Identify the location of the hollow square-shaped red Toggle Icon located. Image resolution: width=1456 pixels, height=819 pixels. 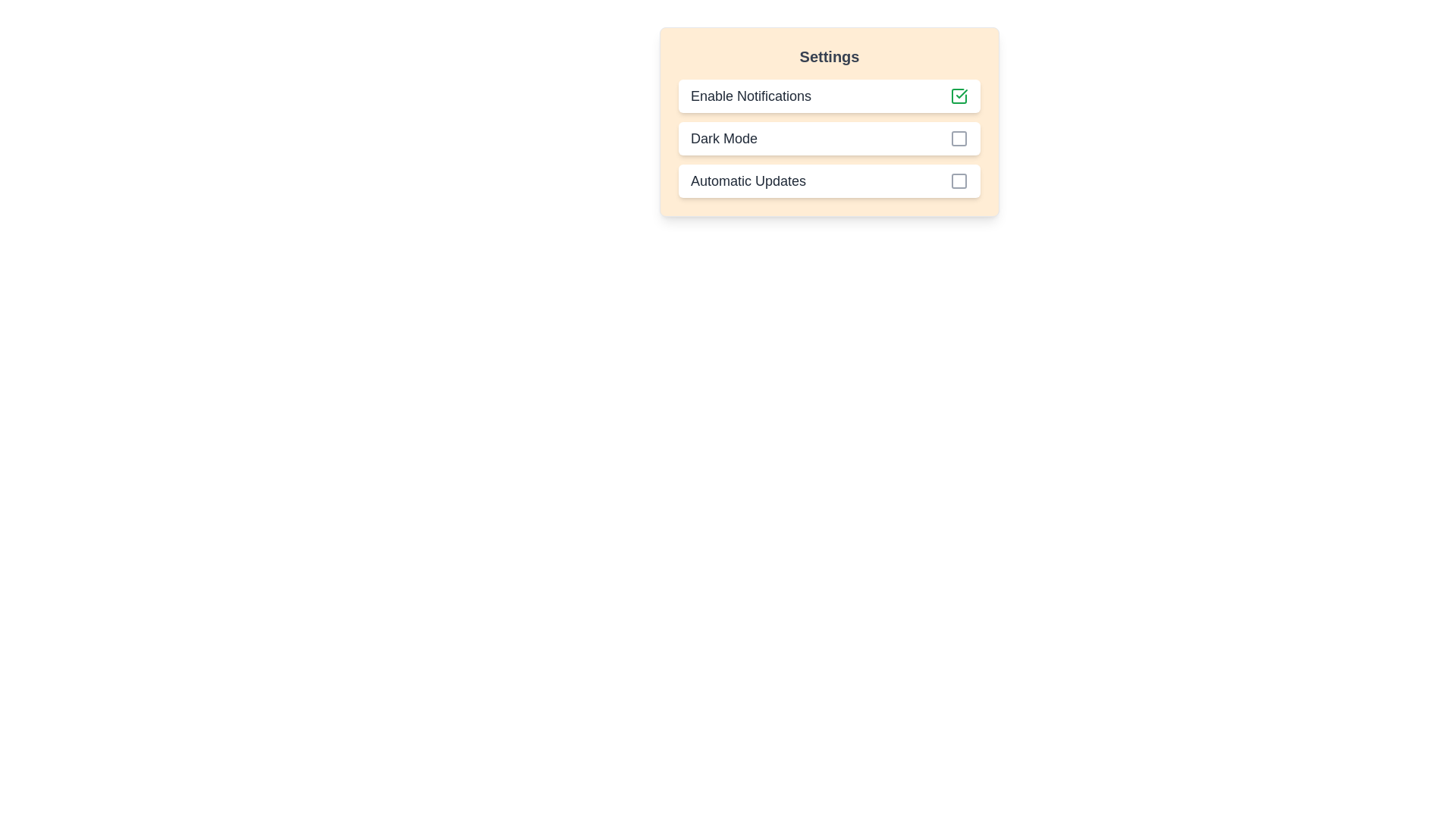
(959, 138).